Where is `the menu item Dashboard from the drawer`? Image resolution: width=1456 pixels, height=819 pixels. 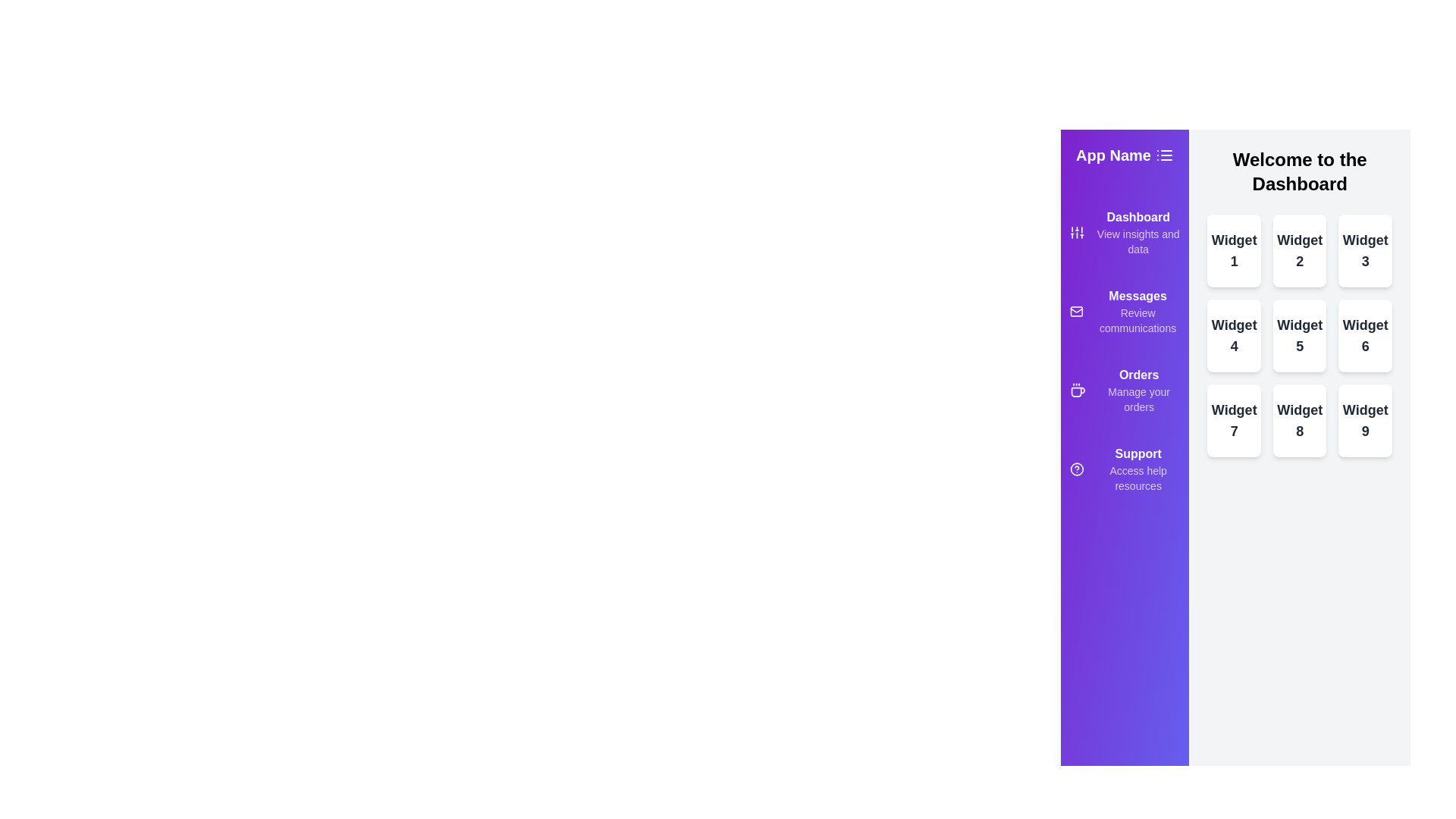
the menu item Dashboard from the drawer is located at coordinates (1125, 233).